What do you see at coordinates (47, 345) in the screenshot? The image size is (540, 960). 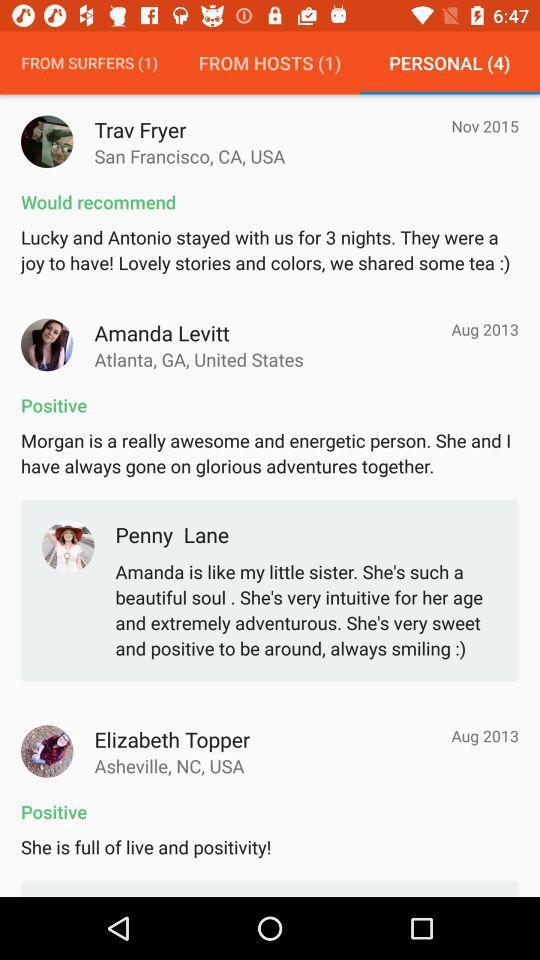 I see `the persons profile` at bounding box center [47, 345].